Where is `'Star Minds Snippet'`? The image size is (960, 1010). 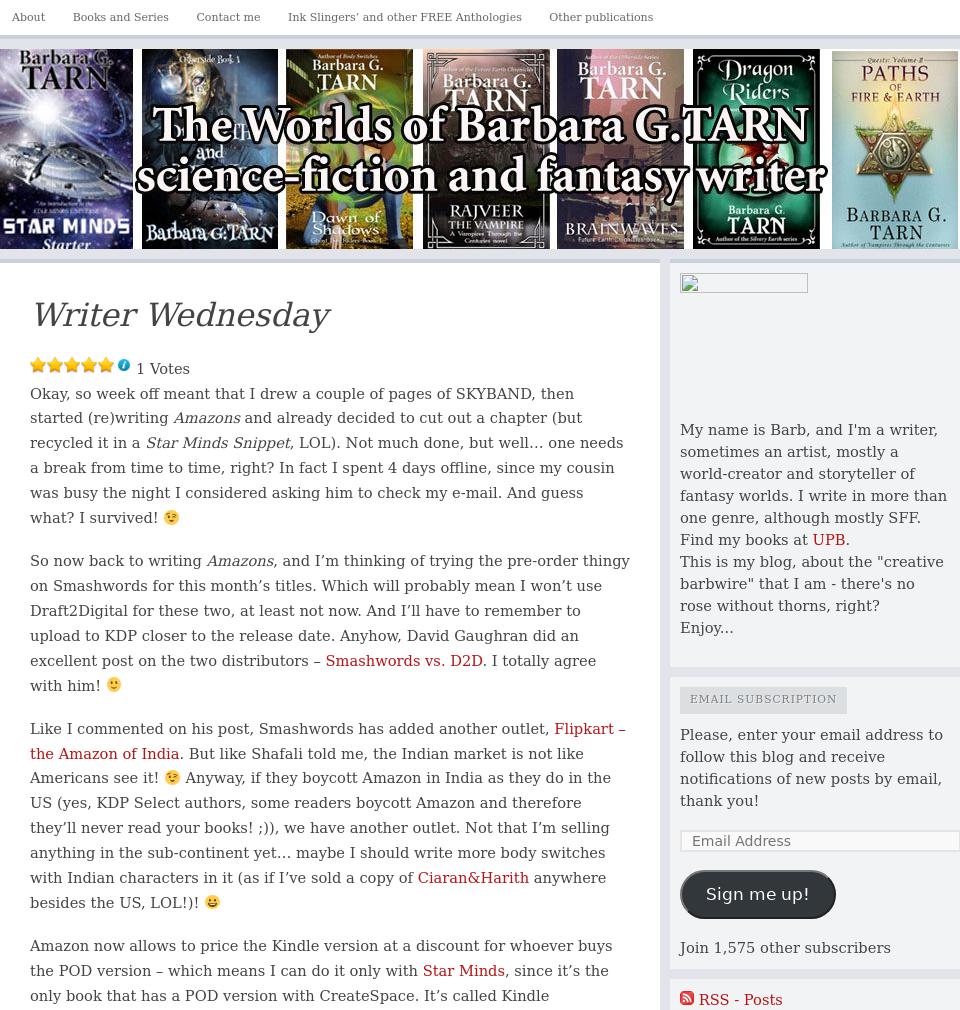 'Star Minds Snippet' is located at coordinates (216, 442).